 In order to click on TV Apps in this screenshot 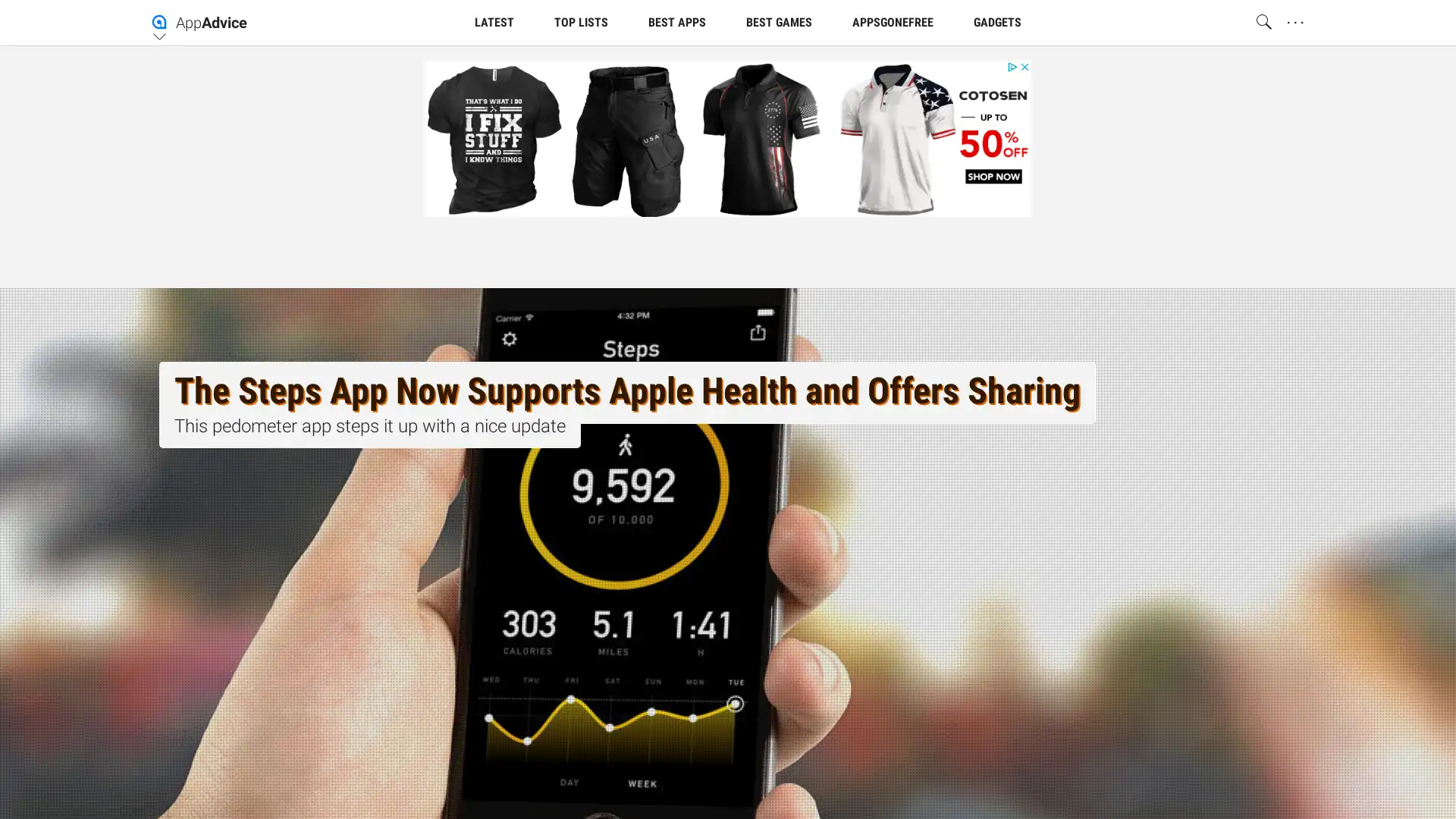, I will do `click(944, 143)`.